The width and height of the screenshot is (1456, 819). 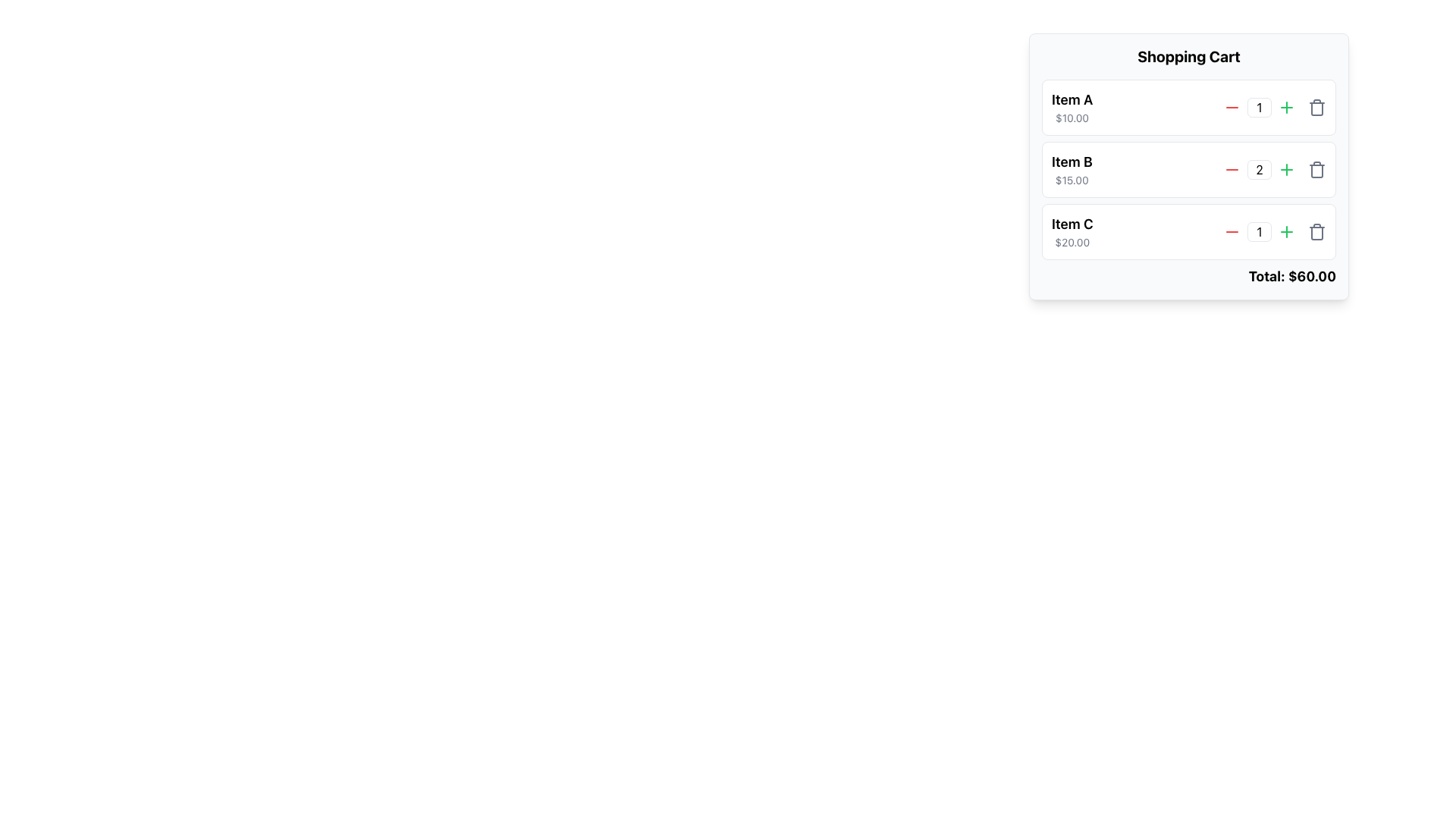 I want to click on the Text Display element that shows information about a specific item in the shopping cart, located at the top of the itemized list in the shopping cart widget, so click(x=1072, y=107).